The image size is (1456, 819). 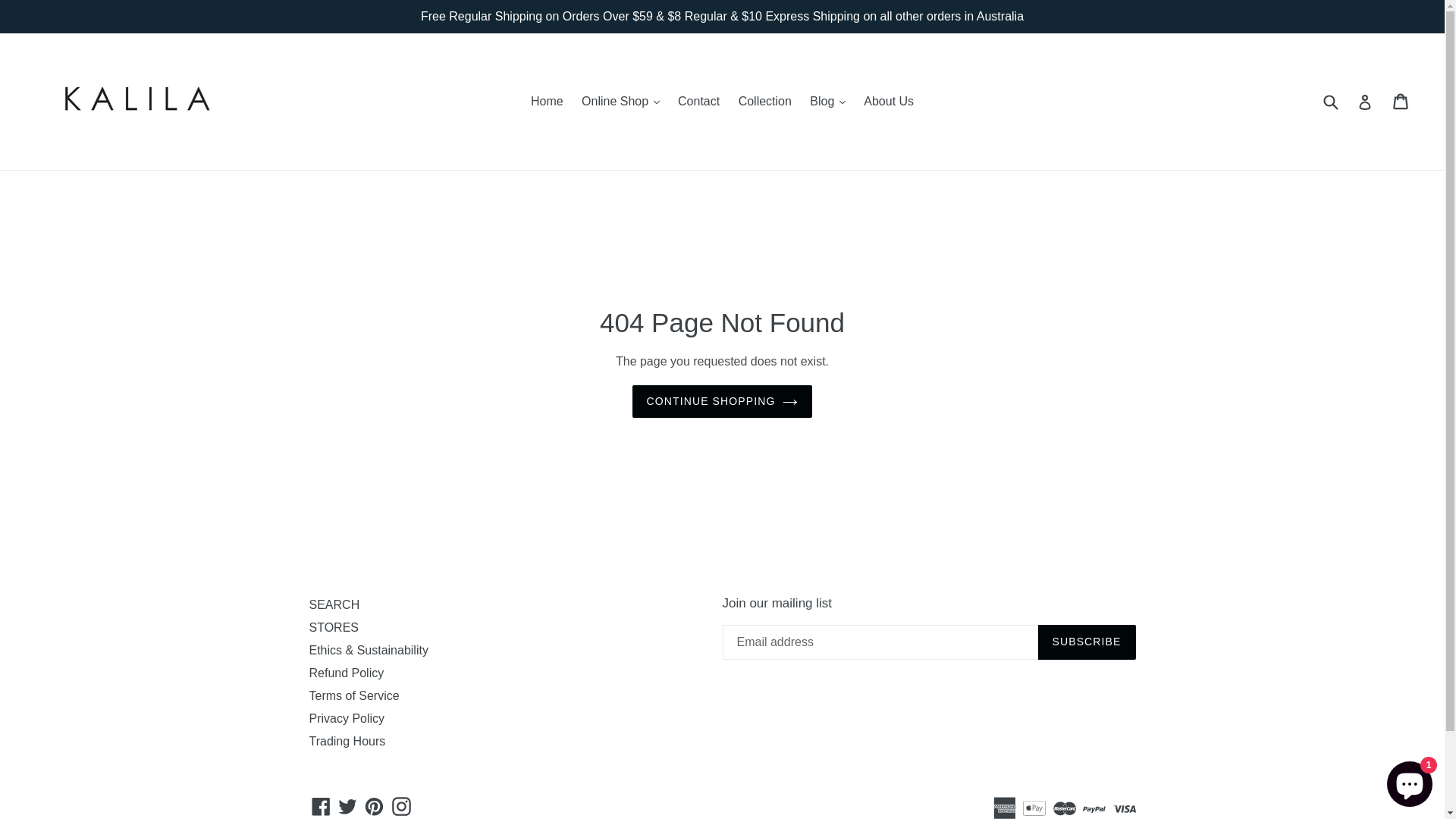 I want to click on 'About Us', so click(x=855, y=102).